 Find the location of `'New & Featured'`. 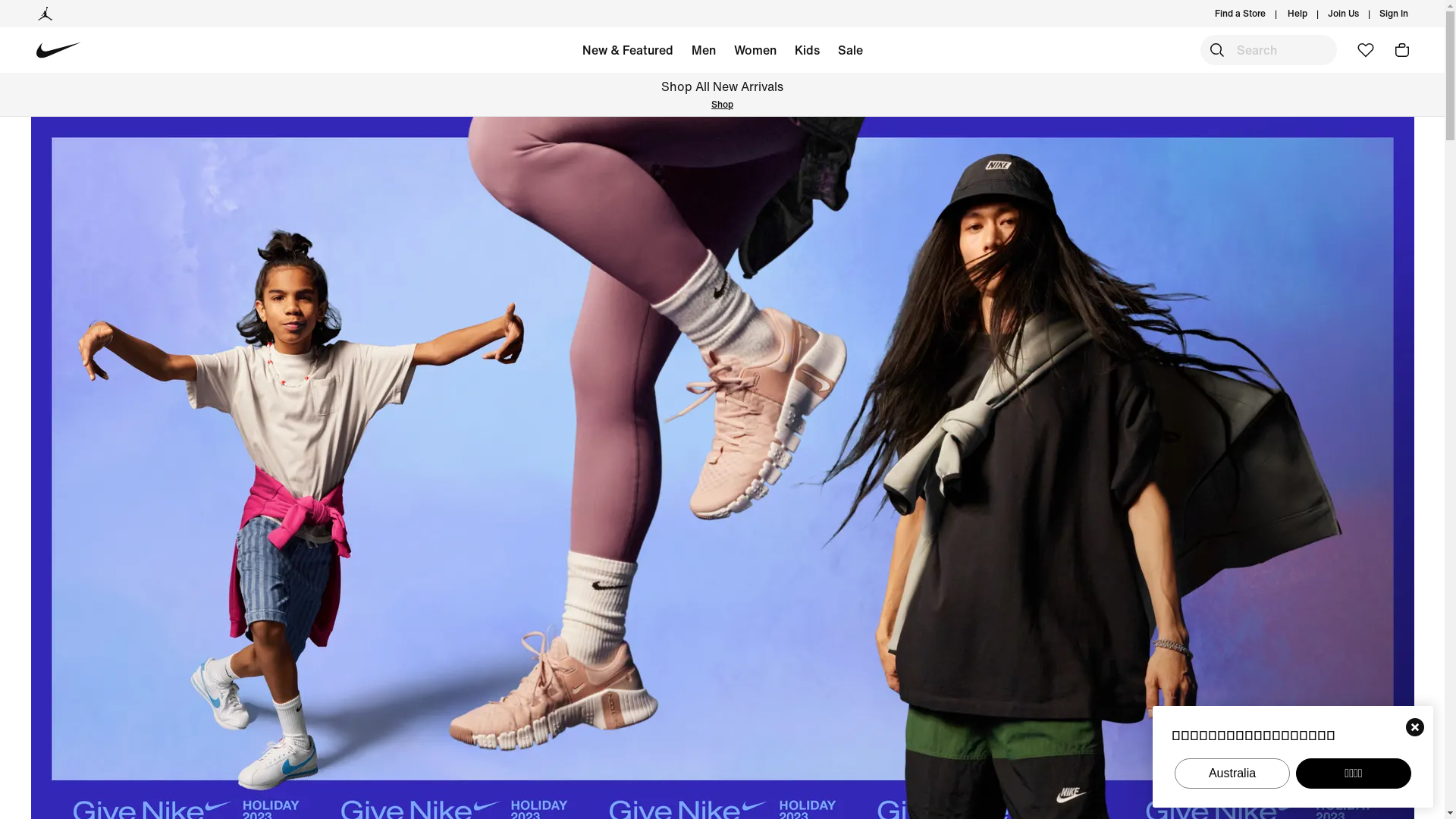

'New & Featured' is located at coordinates (628, 52).